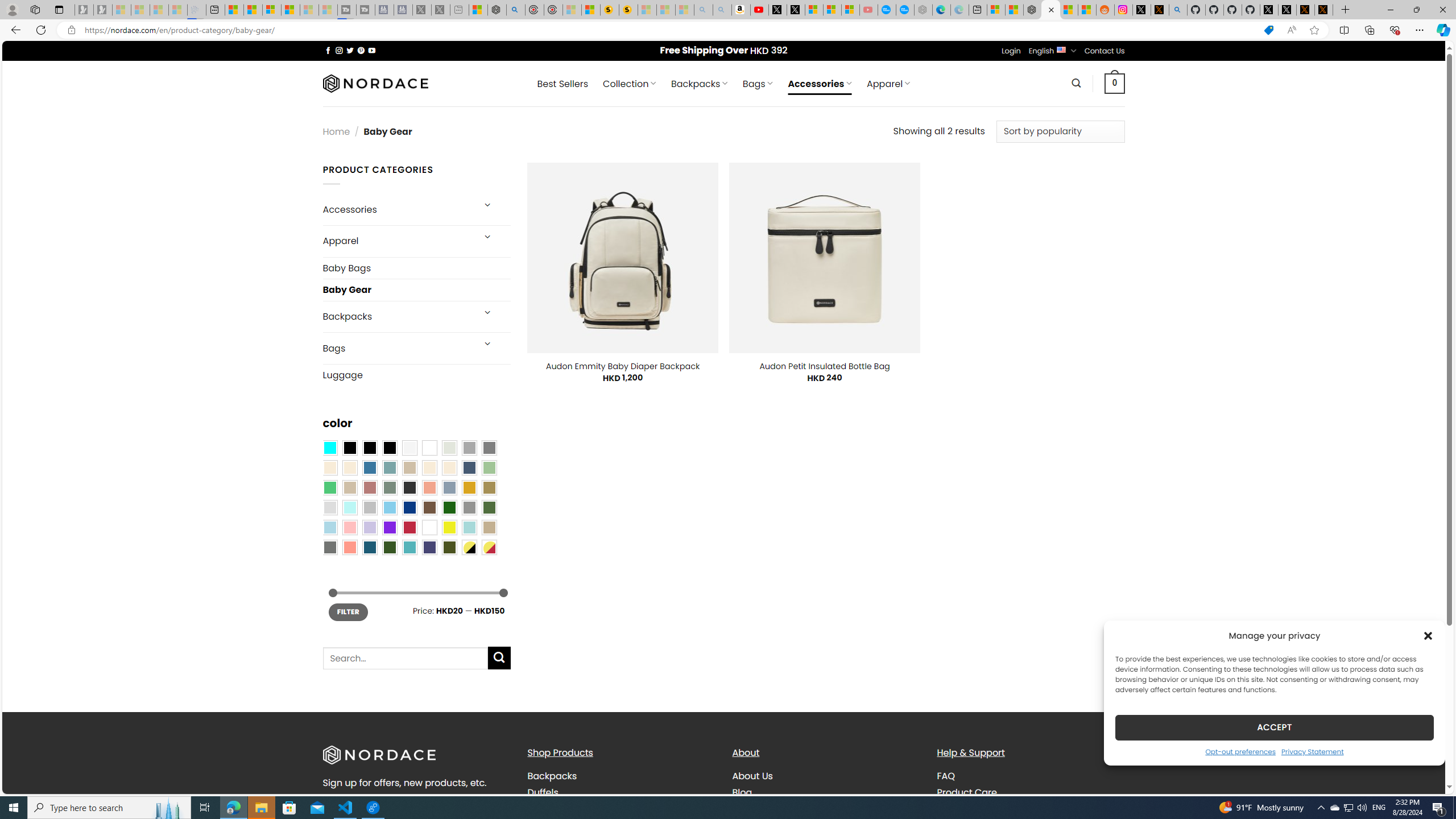 The width and height of the screenshot is (1456, 819). What do you see at coordinates (468, 527) in the screenshot?
I see `'Aqua'` at bounding box center [468, 527].